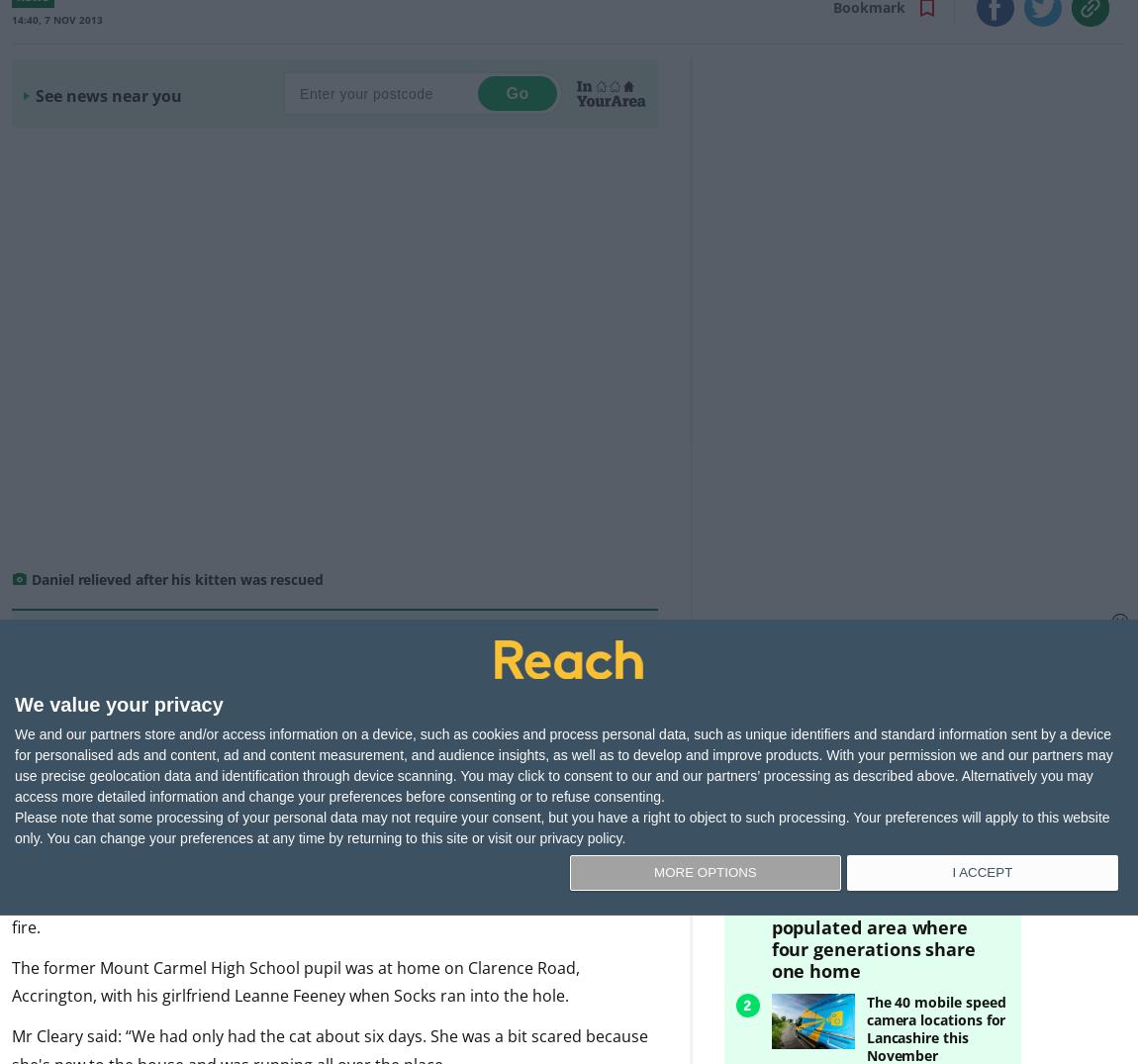  What do you see at coordinates (176, 546) in the screenshot?
I see `'Daniel relieved after his kitten was rescued'` at bounding box center [176, 546].